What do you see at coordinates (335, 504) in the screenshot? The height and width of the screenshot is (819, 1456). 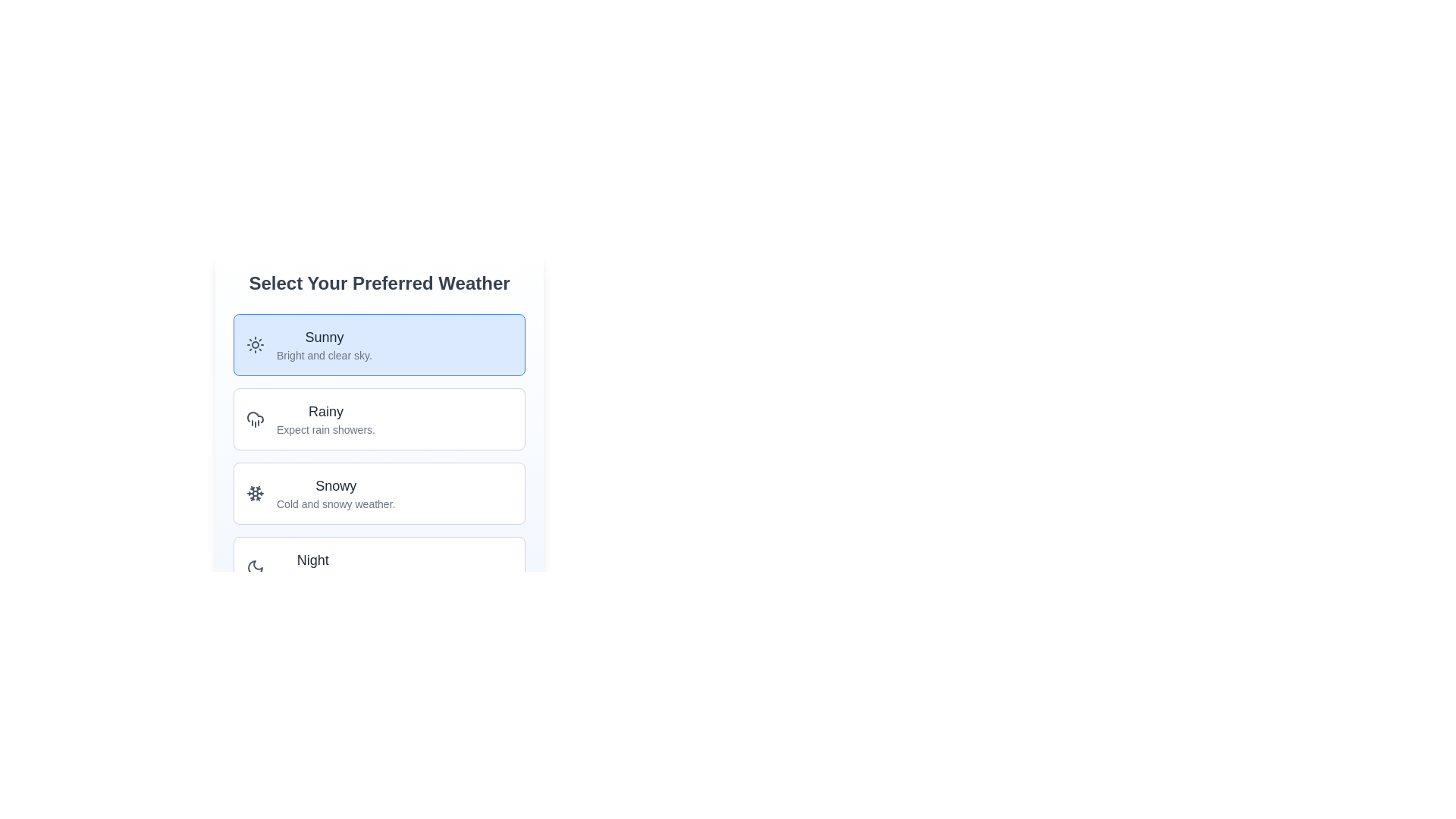 I see `the descriptive Text label for the 'Snowy' weather option located in the weather preference section, positioned below the title 'Snowy'` at bounding box center [335, 504].